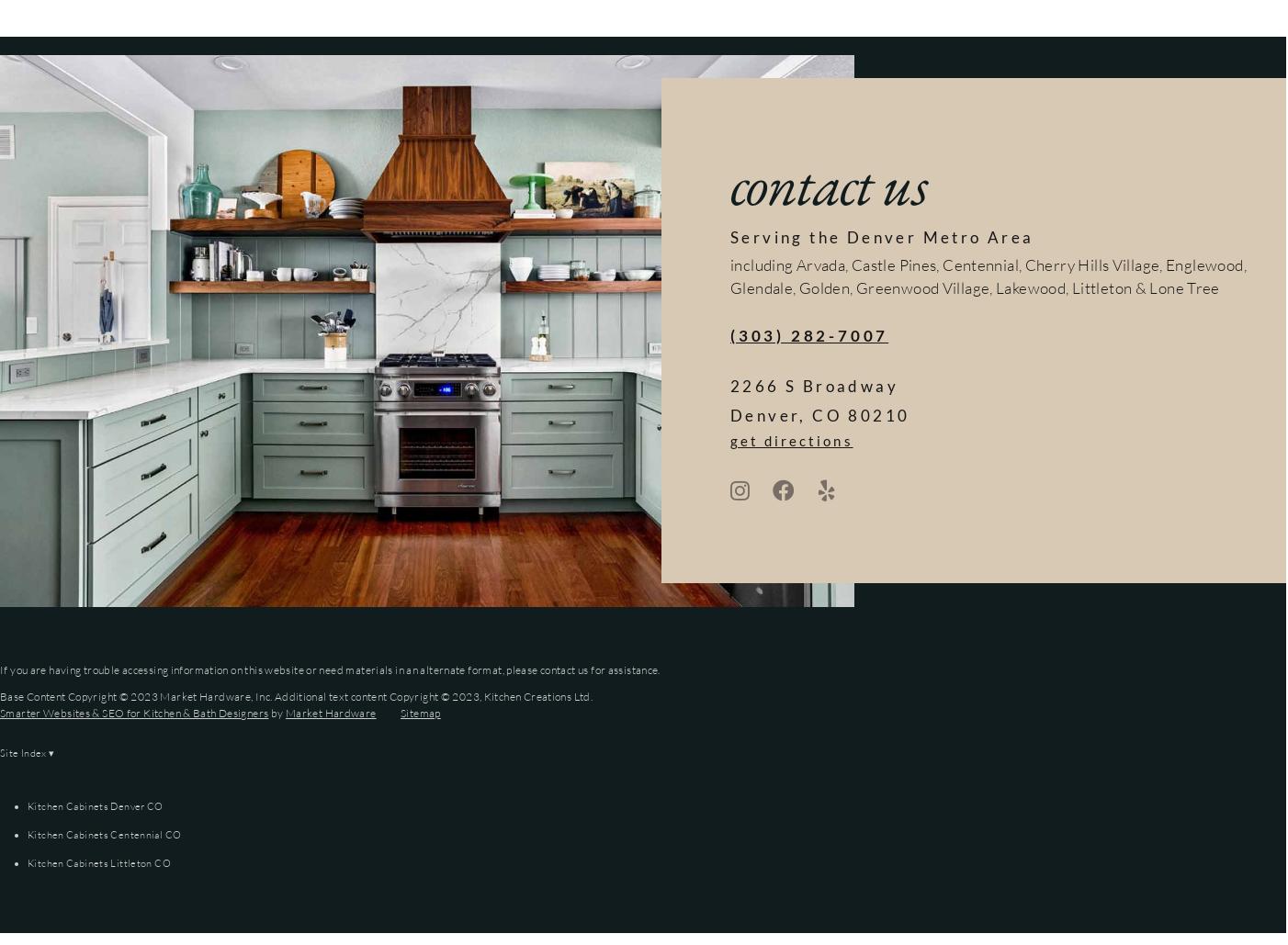  I want to click on 'contact us', so click(729, 183).